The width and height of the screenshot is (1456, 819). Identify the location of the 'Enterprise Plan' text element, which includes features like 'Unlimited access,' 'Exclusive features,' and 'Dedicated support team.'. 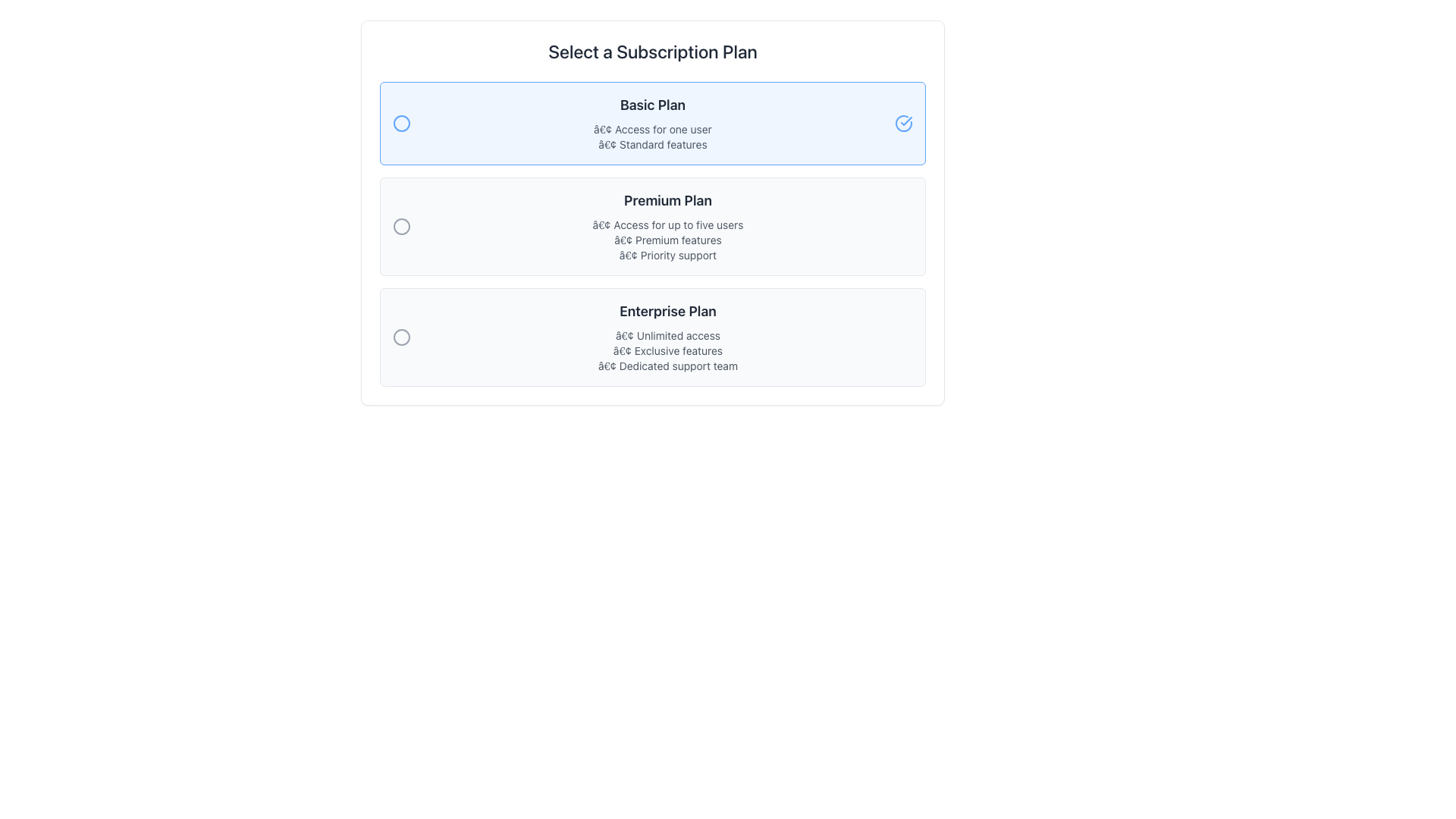
(667, 336).